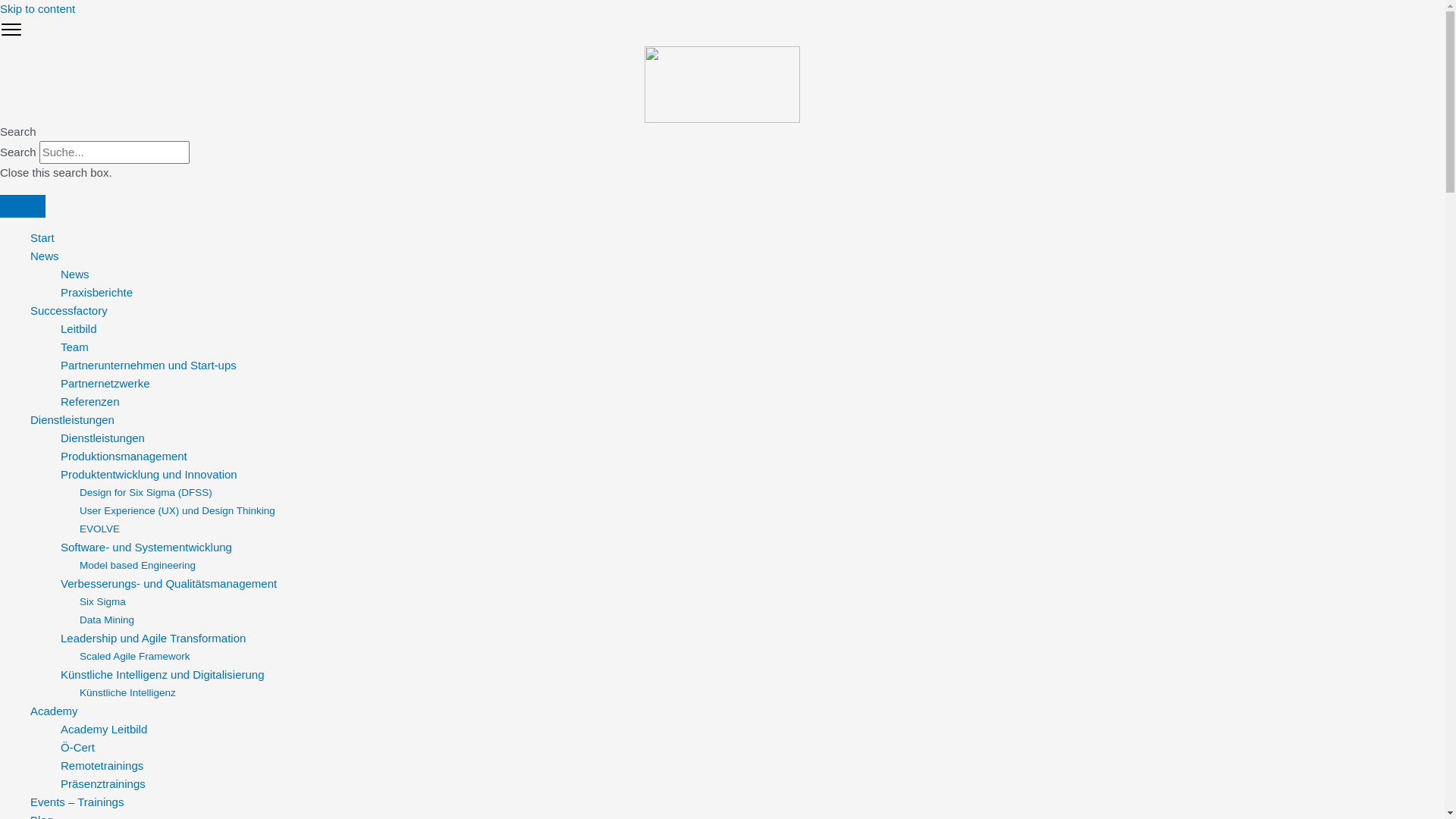 This screenshot has width=1456, height=819. What do you see at coordinates (137, 565) in the screenshot?
I see `'Model based Engineering'` at bounding box center [137, 565].